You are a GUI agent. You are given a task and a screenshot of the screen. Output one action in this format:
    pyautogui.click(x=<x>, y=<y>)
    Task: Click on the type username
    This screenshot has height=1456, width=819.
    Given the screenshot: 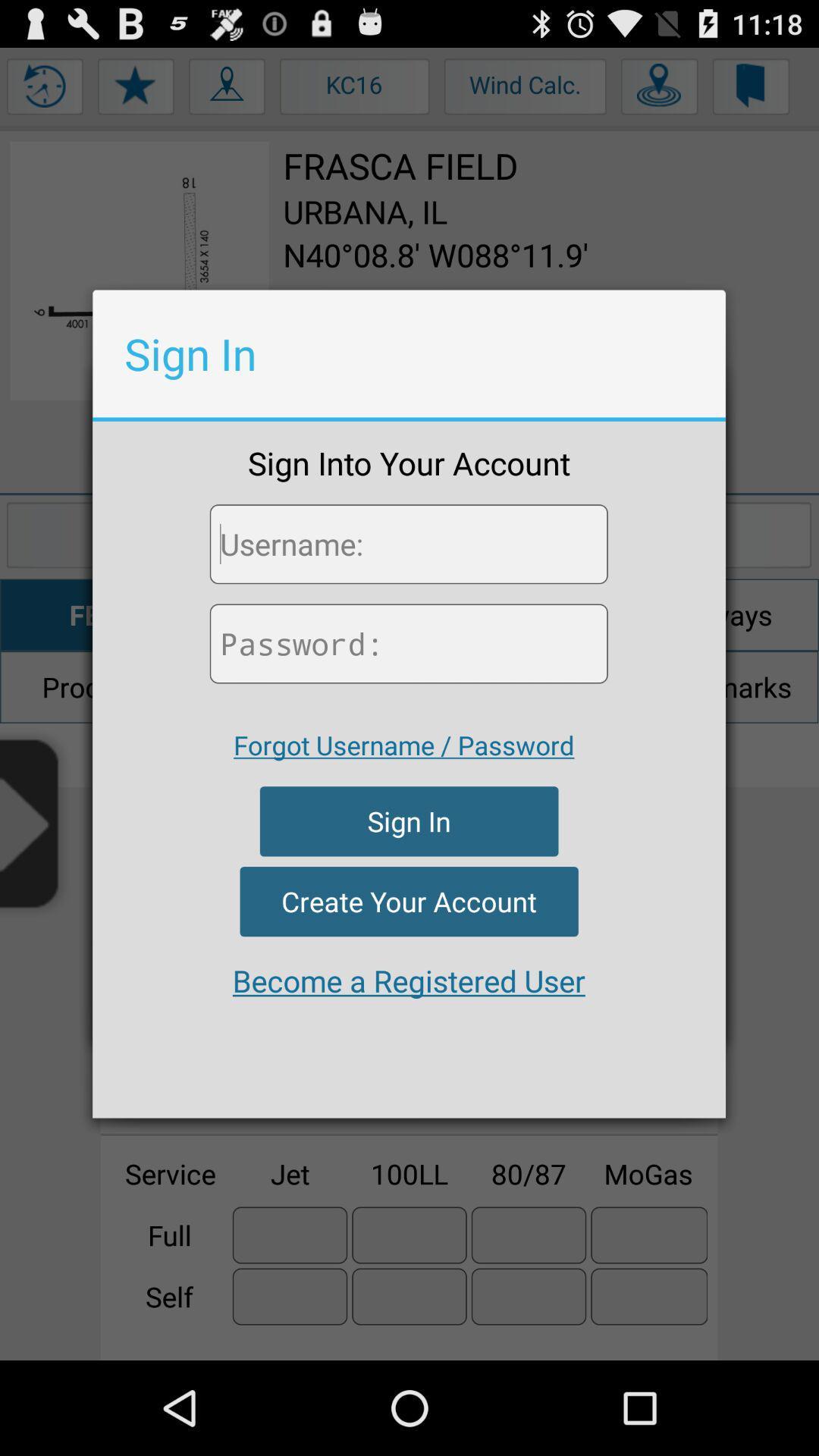 What is the action you would take?
    pyautogui.click(x=408, y=544)
    